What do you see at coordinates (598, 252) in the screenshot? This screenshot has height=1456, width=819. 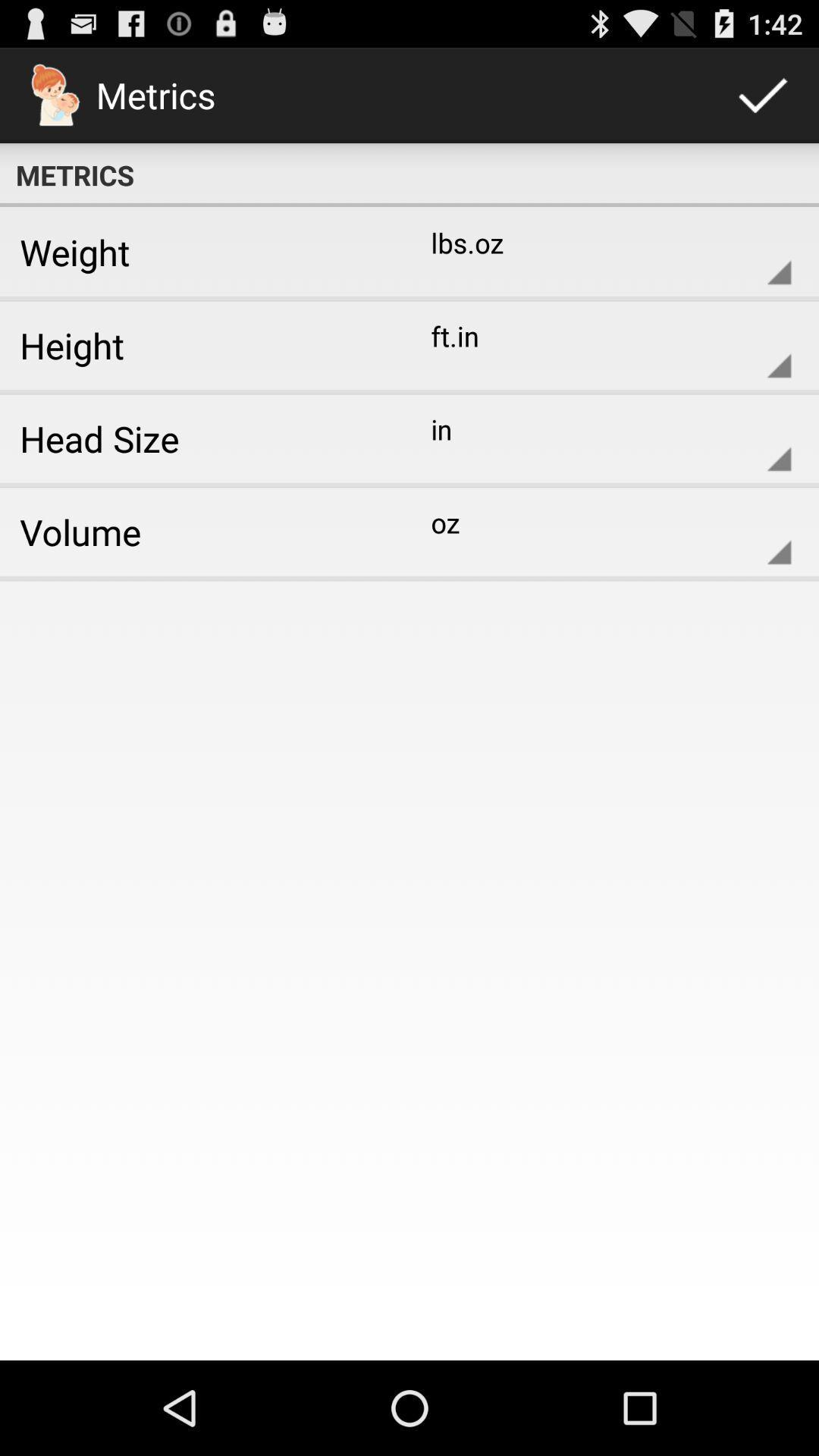 I see `the icon next to weight icon` at bounding box center [598, 252].